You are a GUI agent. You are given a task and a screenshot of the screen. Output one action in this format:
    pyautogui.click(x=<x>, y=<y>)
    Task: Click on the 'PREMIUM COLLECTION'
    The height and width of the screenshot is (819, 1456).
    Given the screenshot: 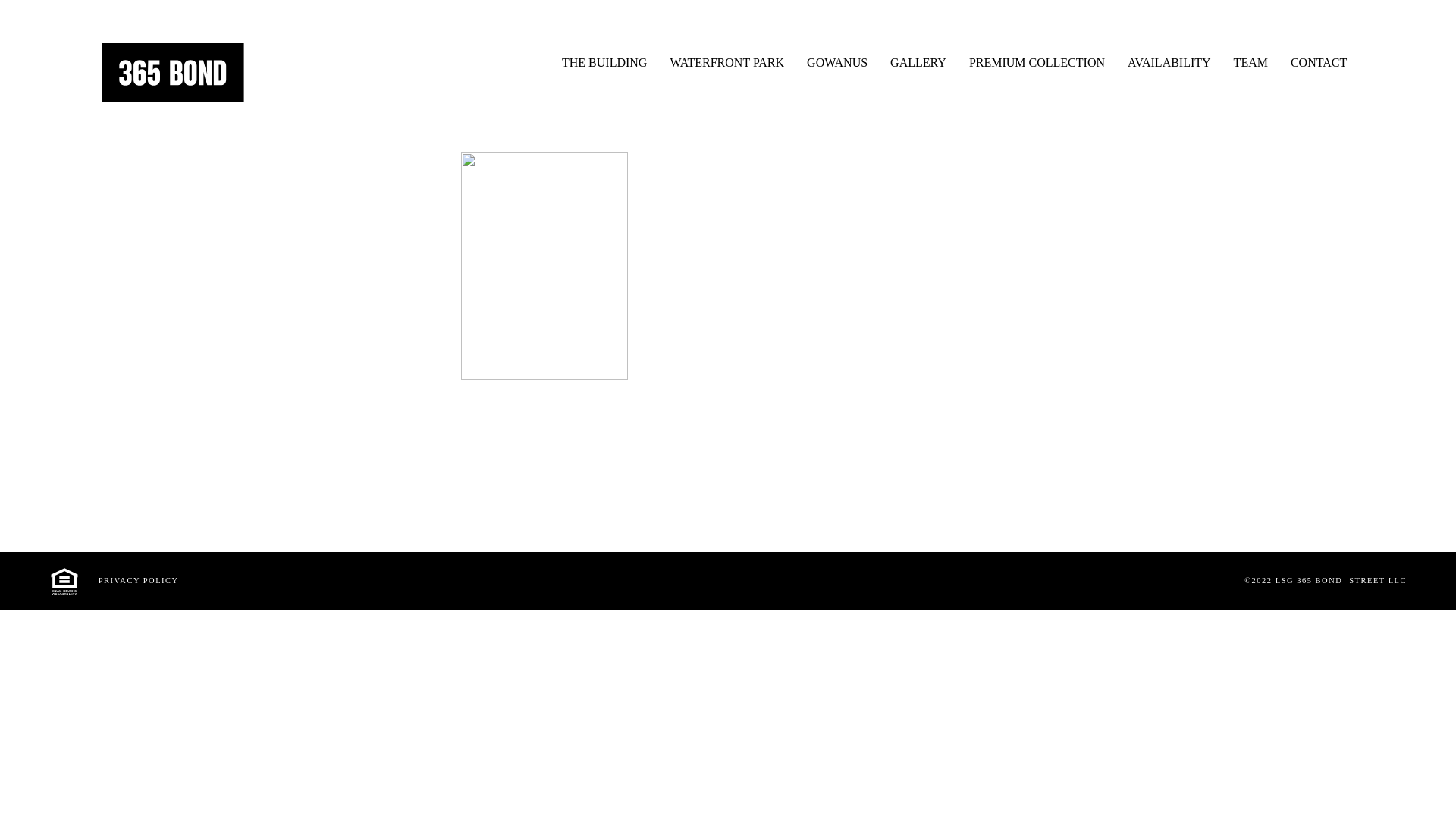 What is the action you would take?
    pyautogui.click(x=1036, y=58)
    